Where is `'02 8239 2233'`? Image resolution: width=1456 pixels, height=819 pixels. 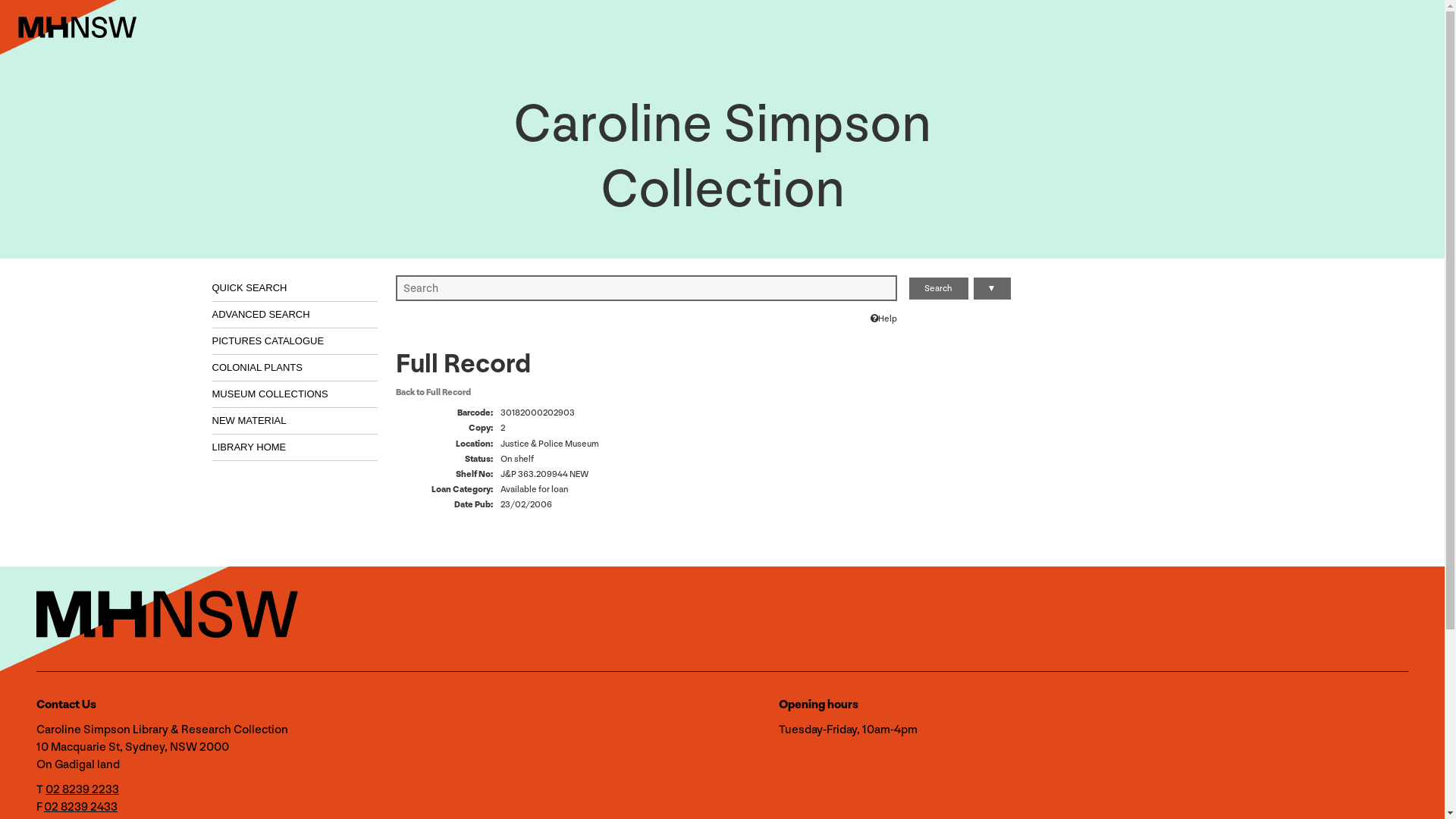 '02 8239 2233' is located at coordinates (81, 788).